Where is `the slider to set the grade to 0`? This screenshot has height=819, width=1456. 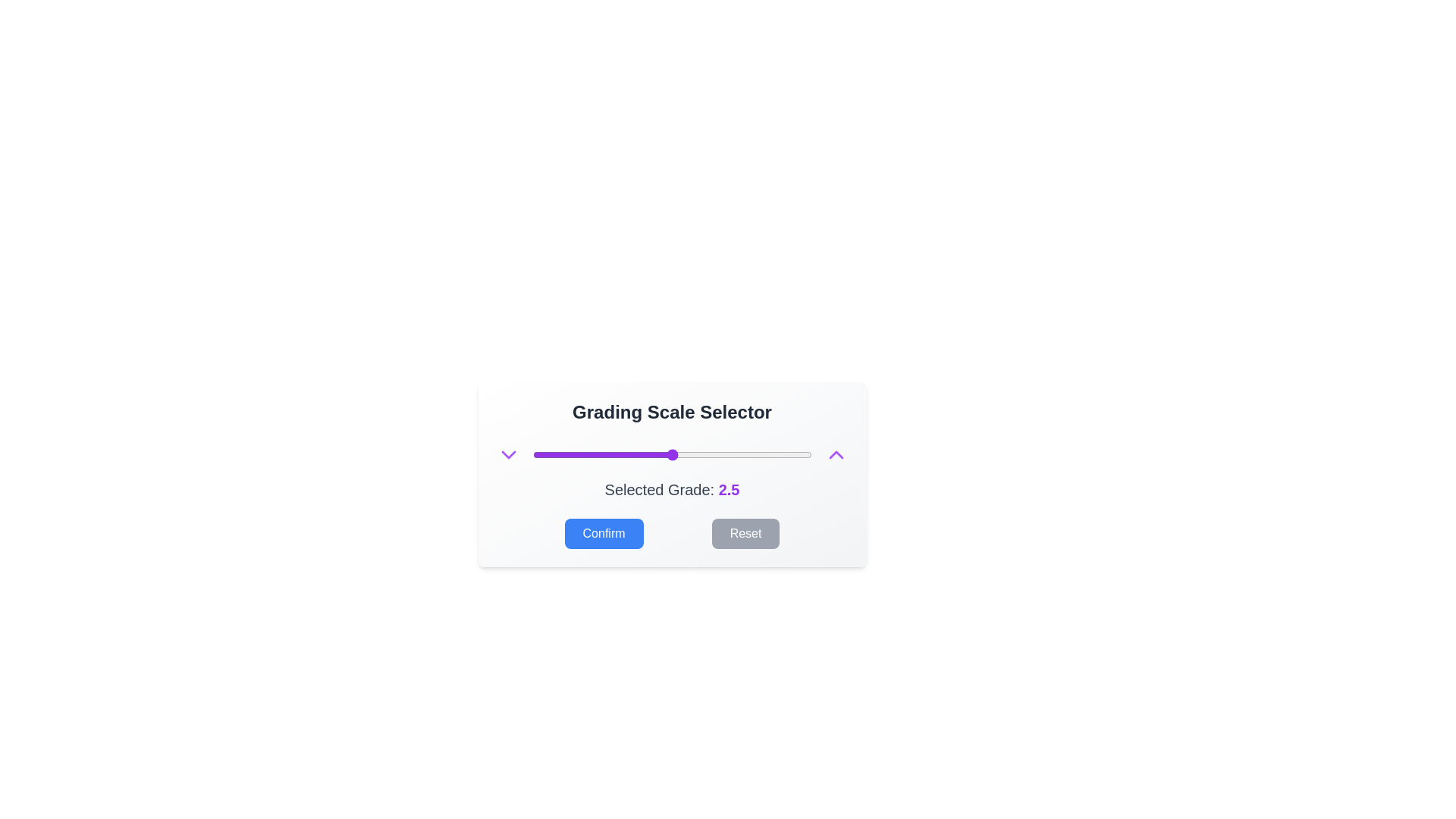
the slider to set the grade to 0 is located at coordinates (532, 454).